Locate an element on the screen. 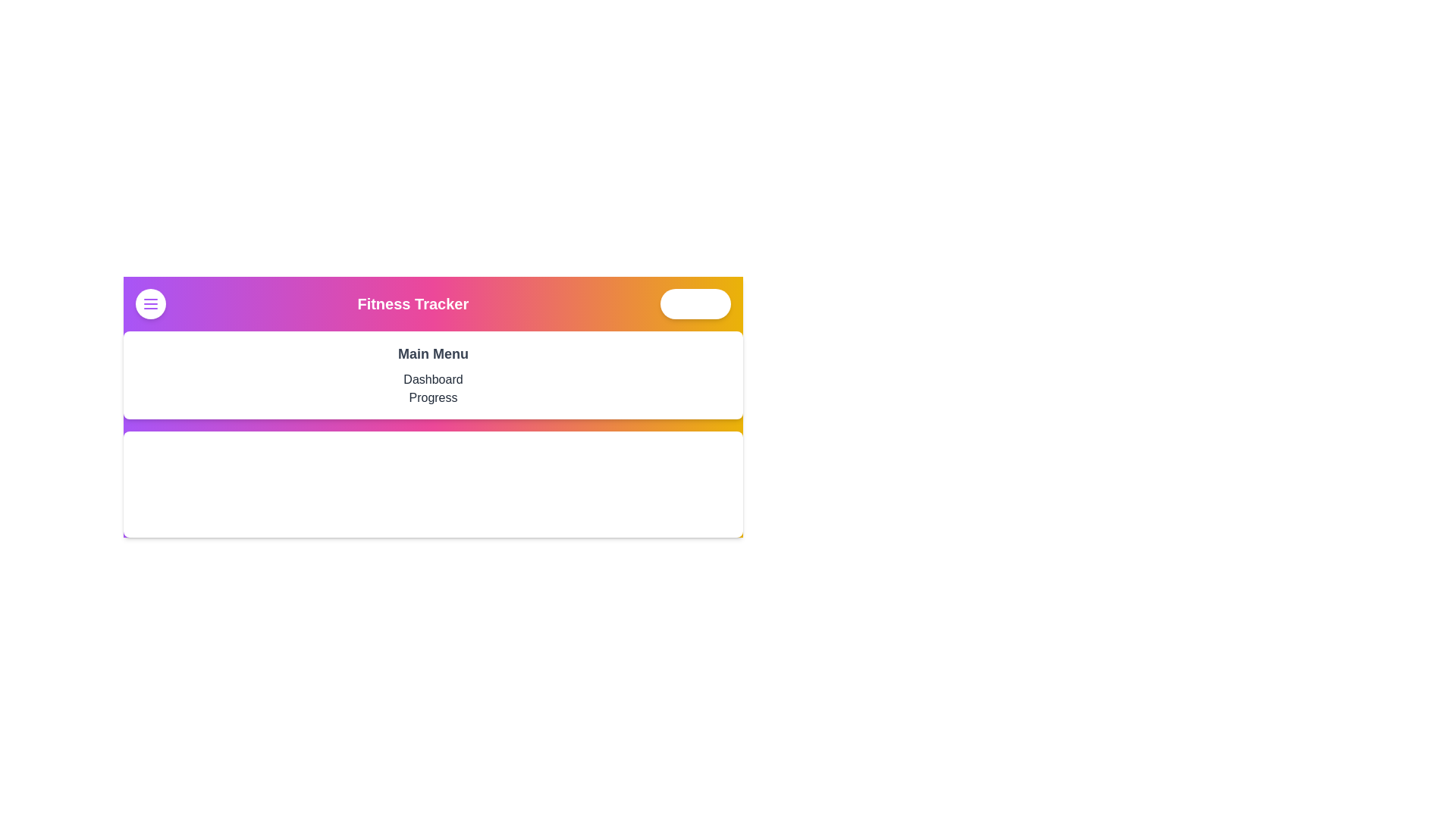  the menu item Dashboard is located at coordinates (432, 379).